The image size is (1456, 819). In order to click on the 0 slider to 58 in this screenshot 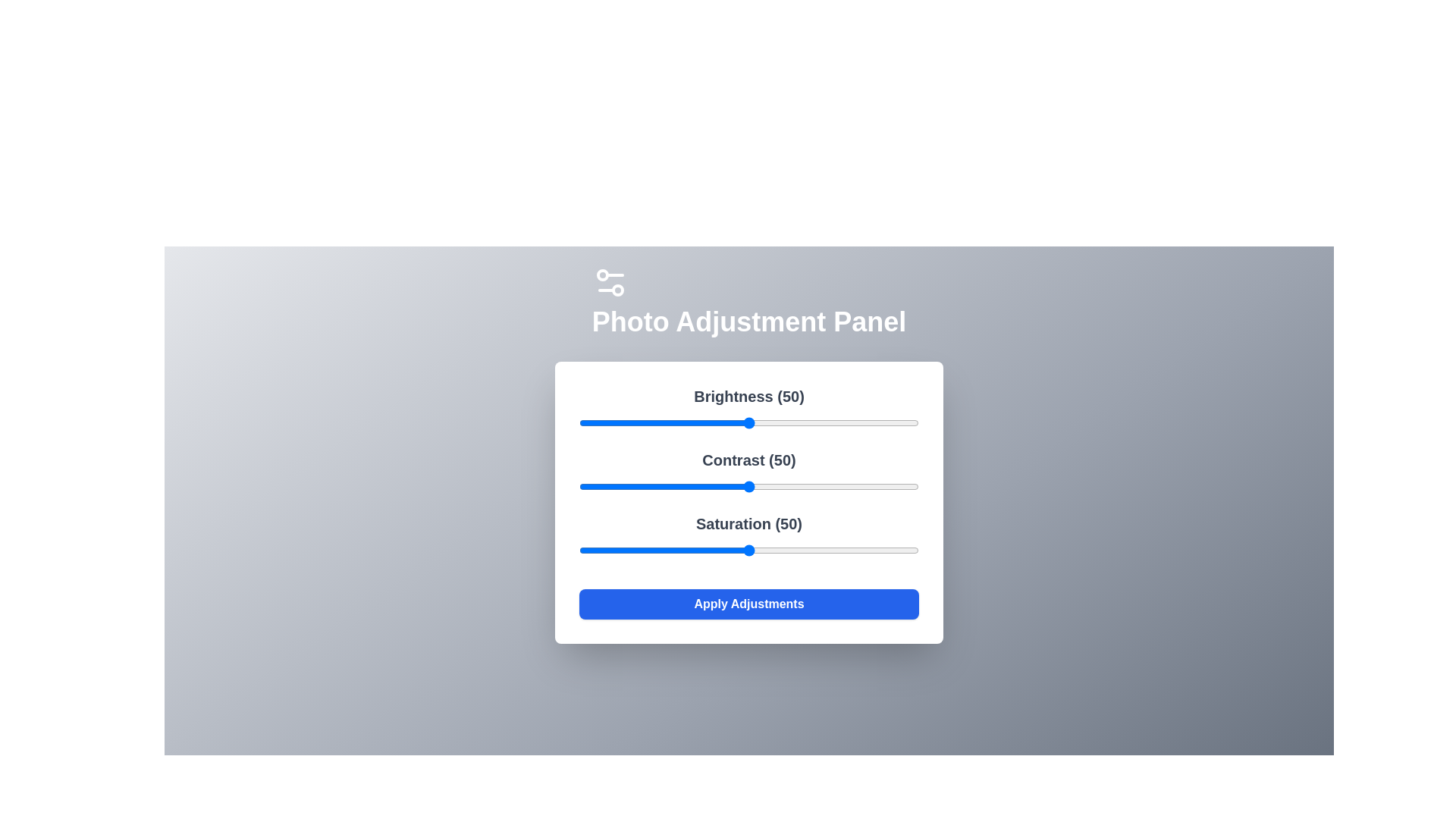, I will do `click(776, 423)`.